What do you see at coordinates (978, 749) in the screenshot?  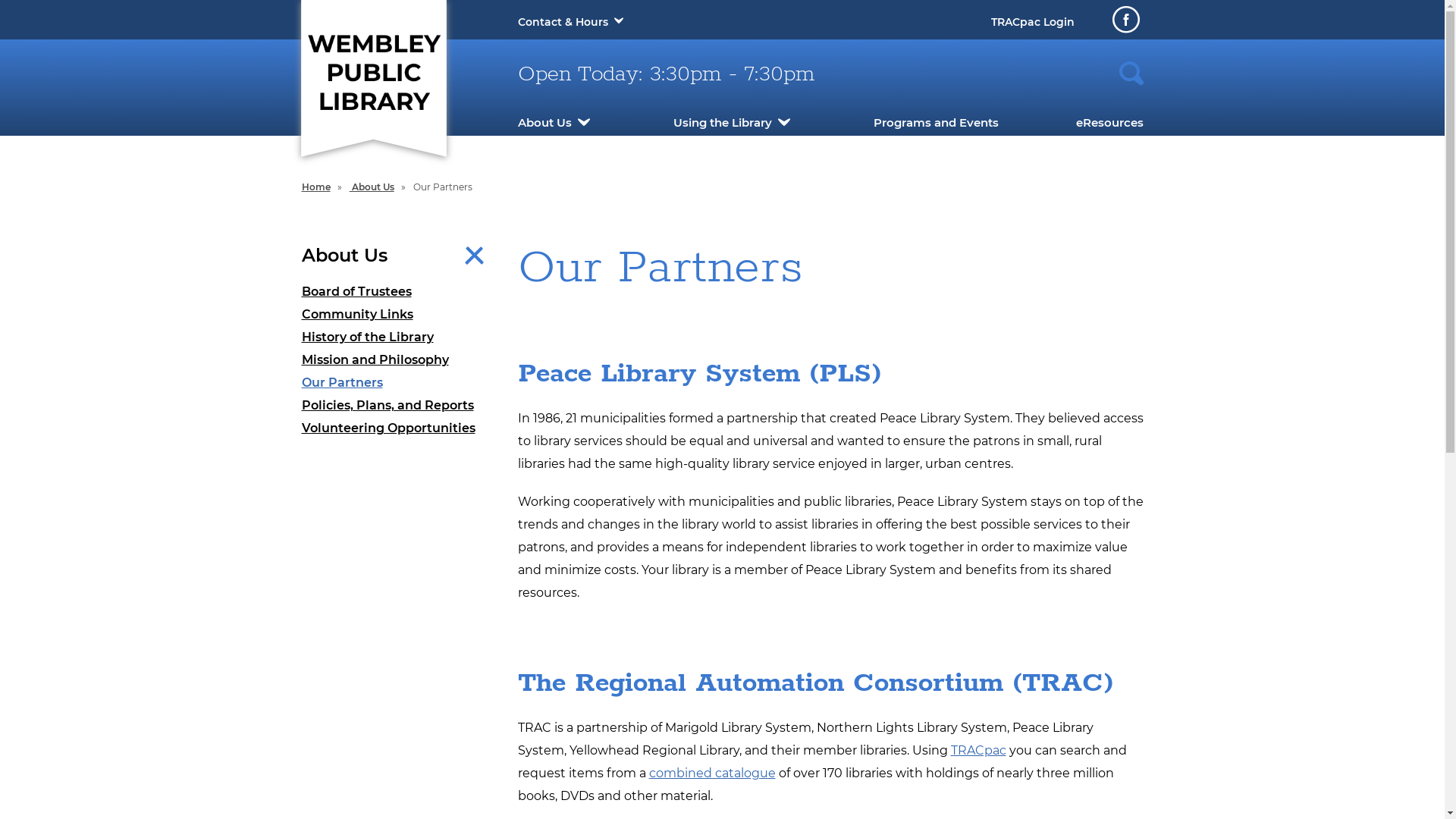 I see `'TRACpac'` at bounding box center [978, 749].